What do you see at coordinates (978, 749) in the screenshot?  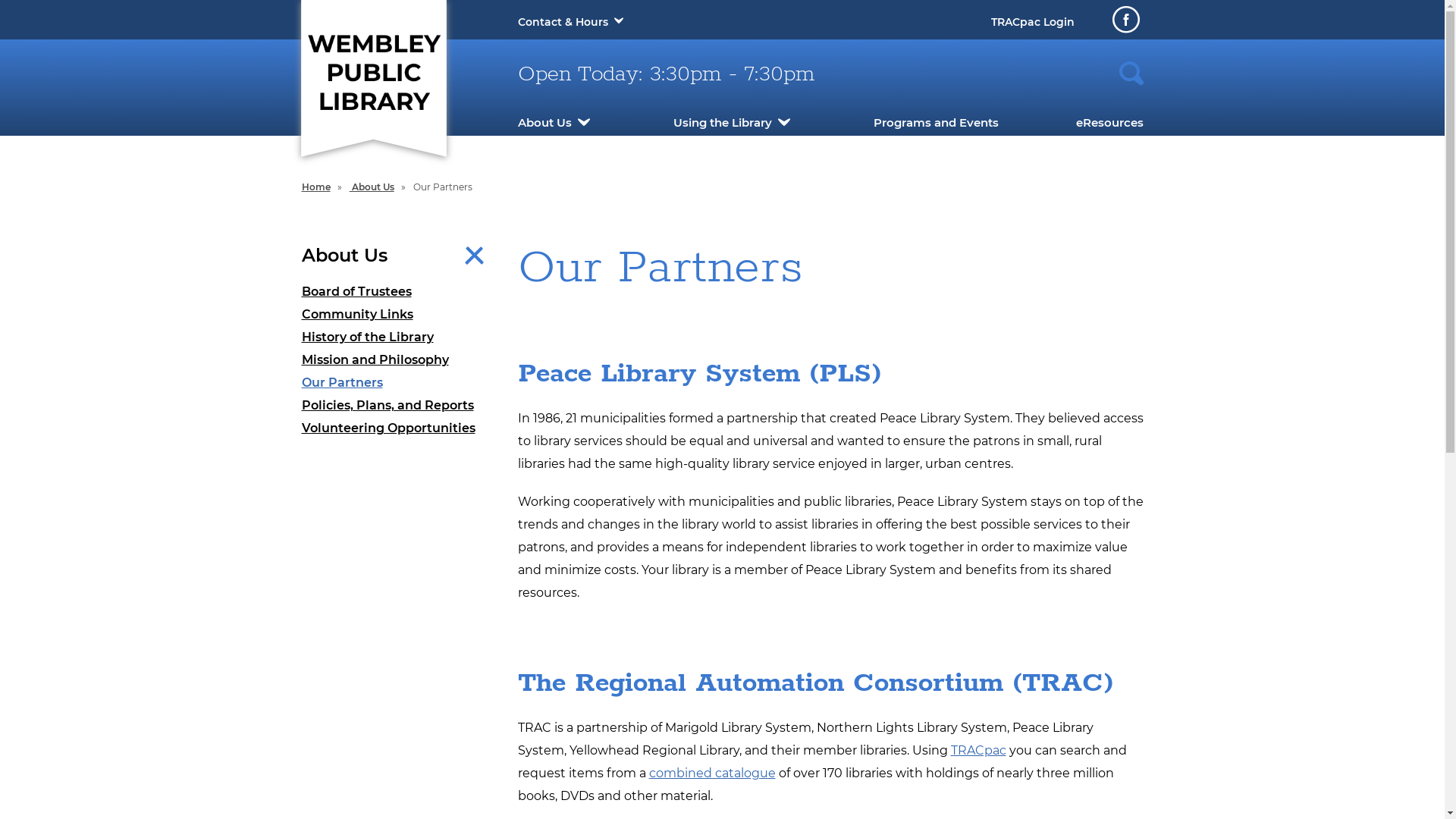 I see `'TRACpac'` at bounding box center [978, 749].